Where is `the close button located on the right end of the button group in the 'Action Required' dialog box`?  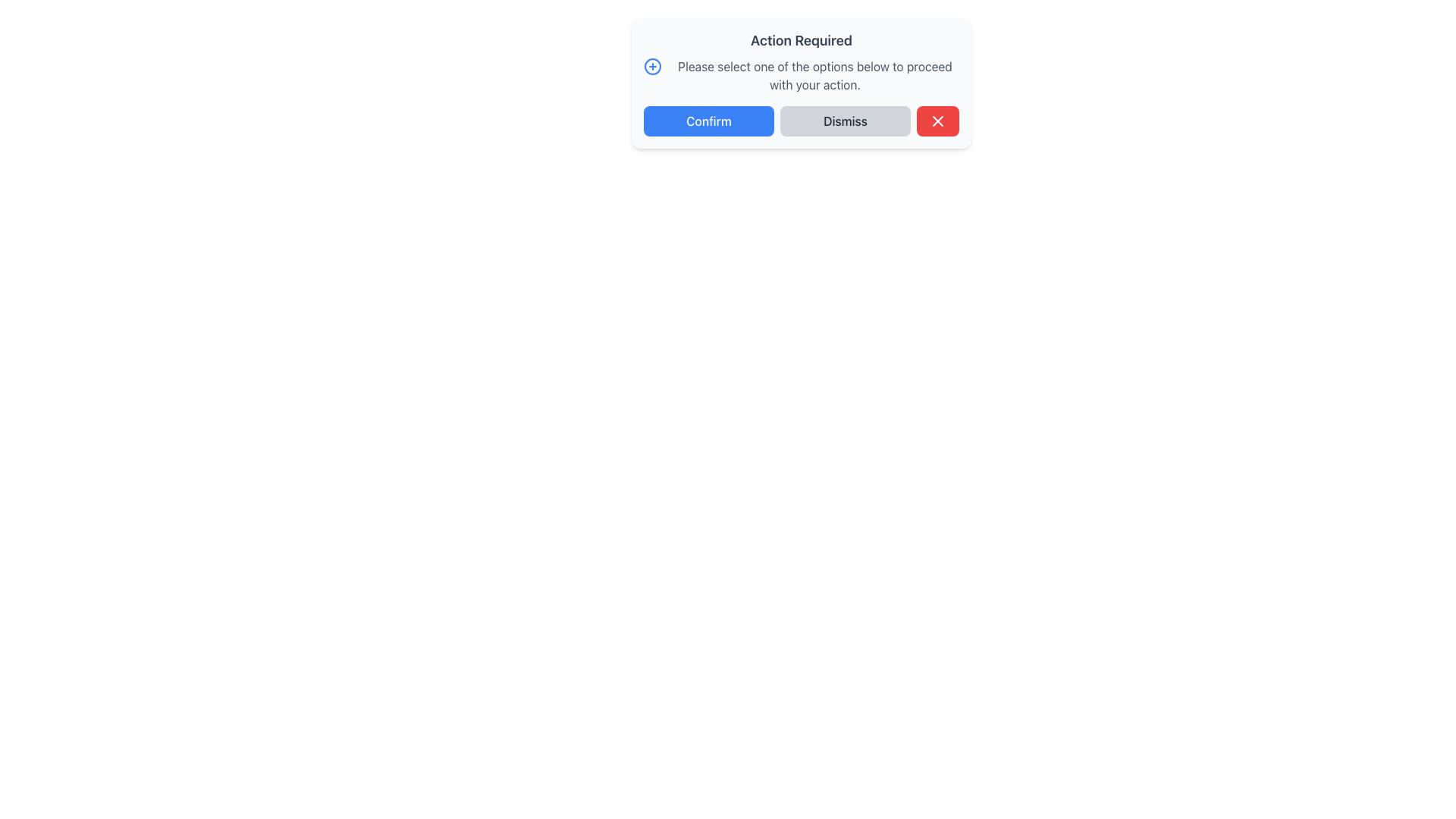 the close button located on the right end of the button group in the 'Action Required' dialog box is located at coordinates (937, 120).